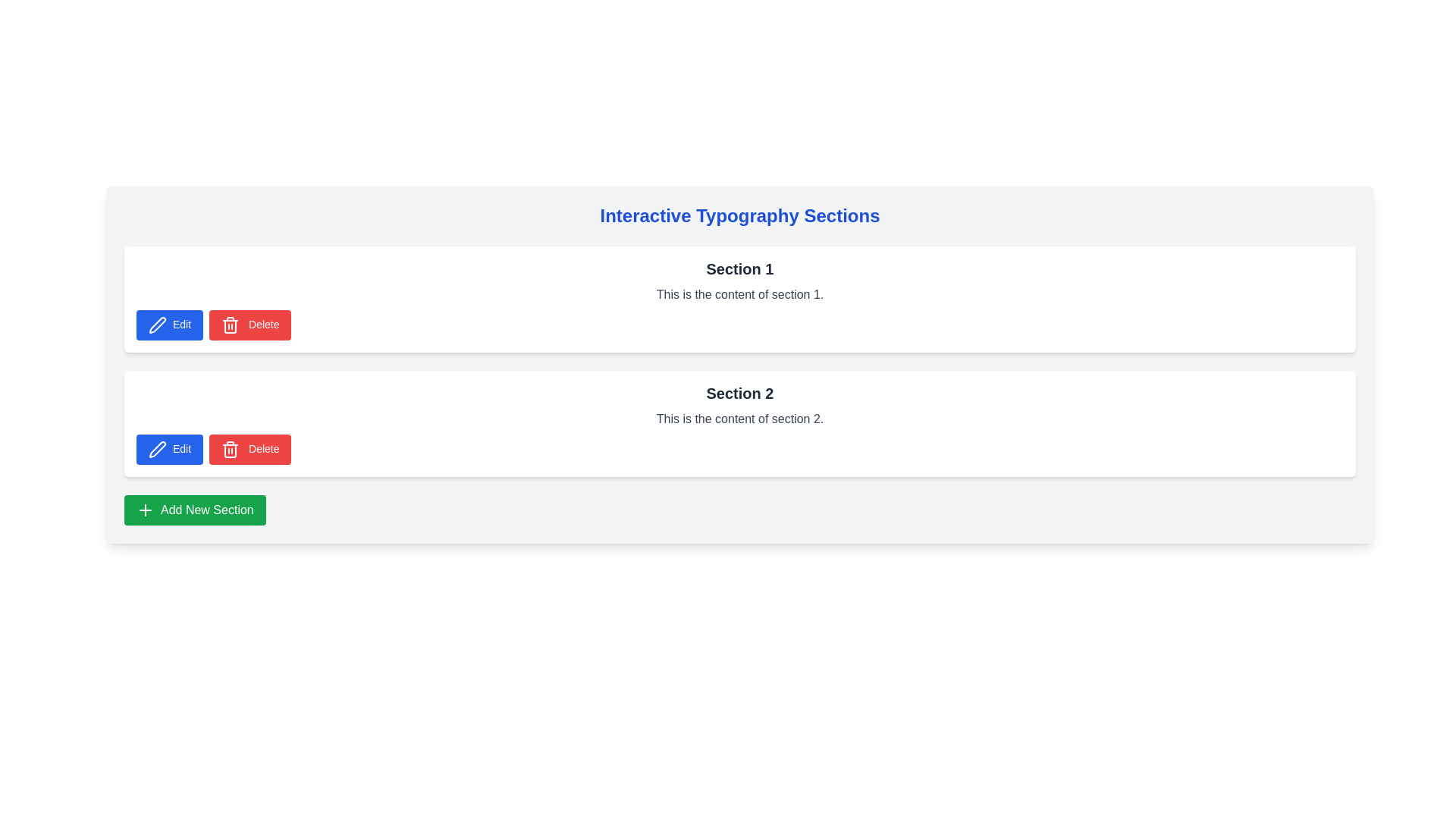 The width and height of the screenshot is (1456, 819). Describe the element at coordinates (739, 295) in the screenshot. I see `the text block displaying 'This is the content of section 1.' which is located beneath the 'Section 1' heading` at that location.